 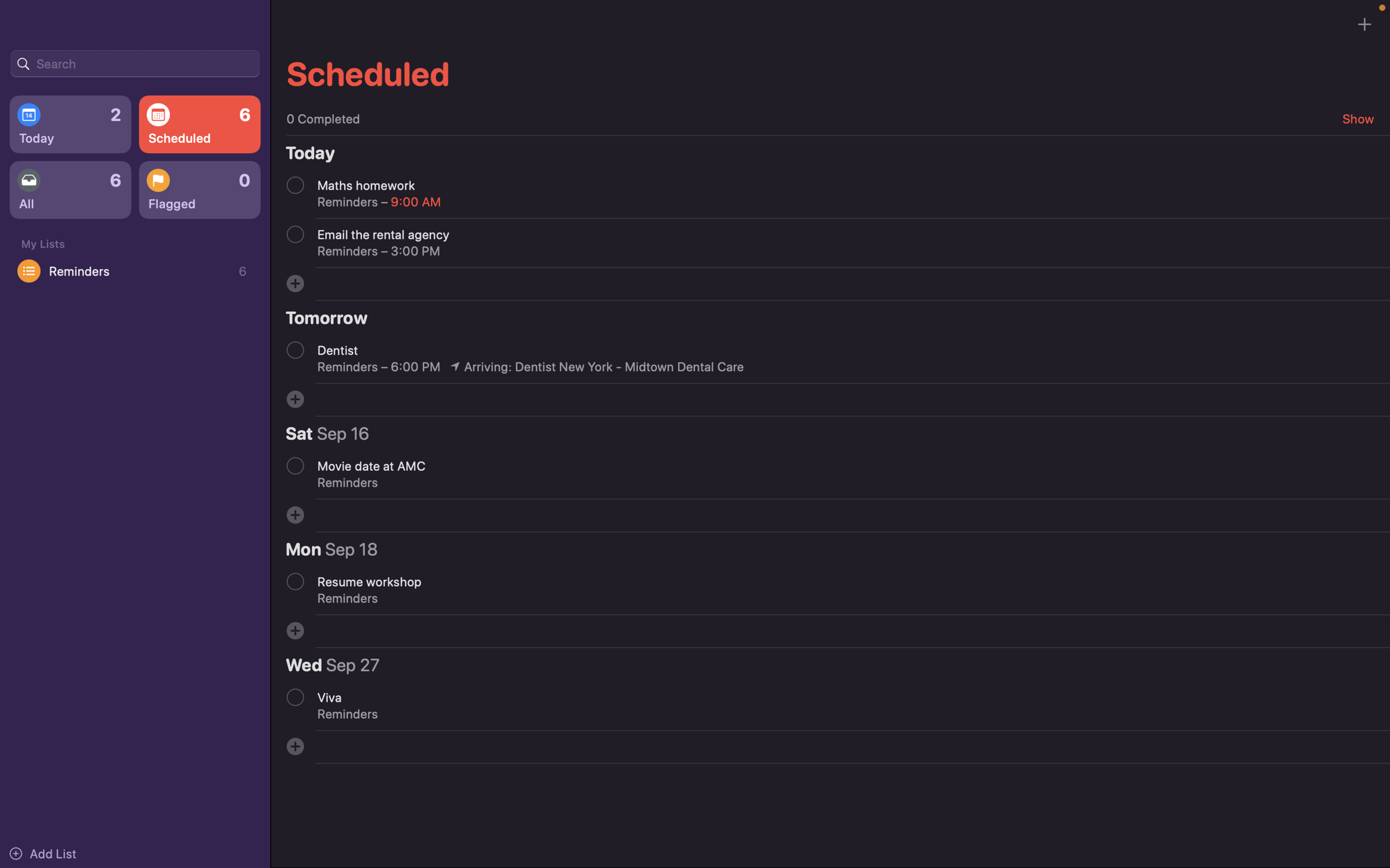 I want to click on events that are connected to a holiday, so click(x=134, y=62).